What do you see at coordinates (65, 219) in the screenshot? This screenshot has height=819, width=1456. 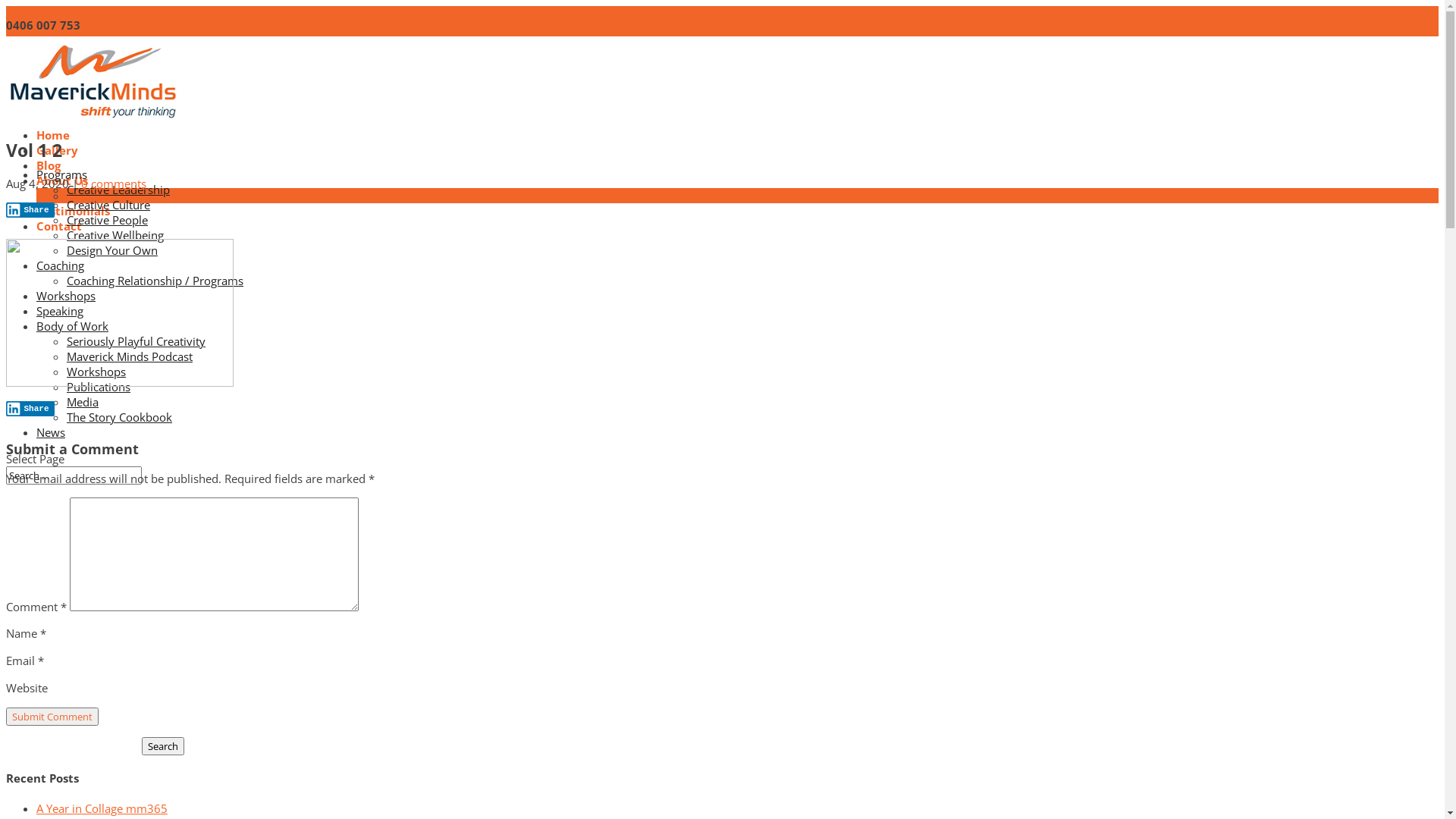 I see `'Creative People'` at bounding box center [65, 219].